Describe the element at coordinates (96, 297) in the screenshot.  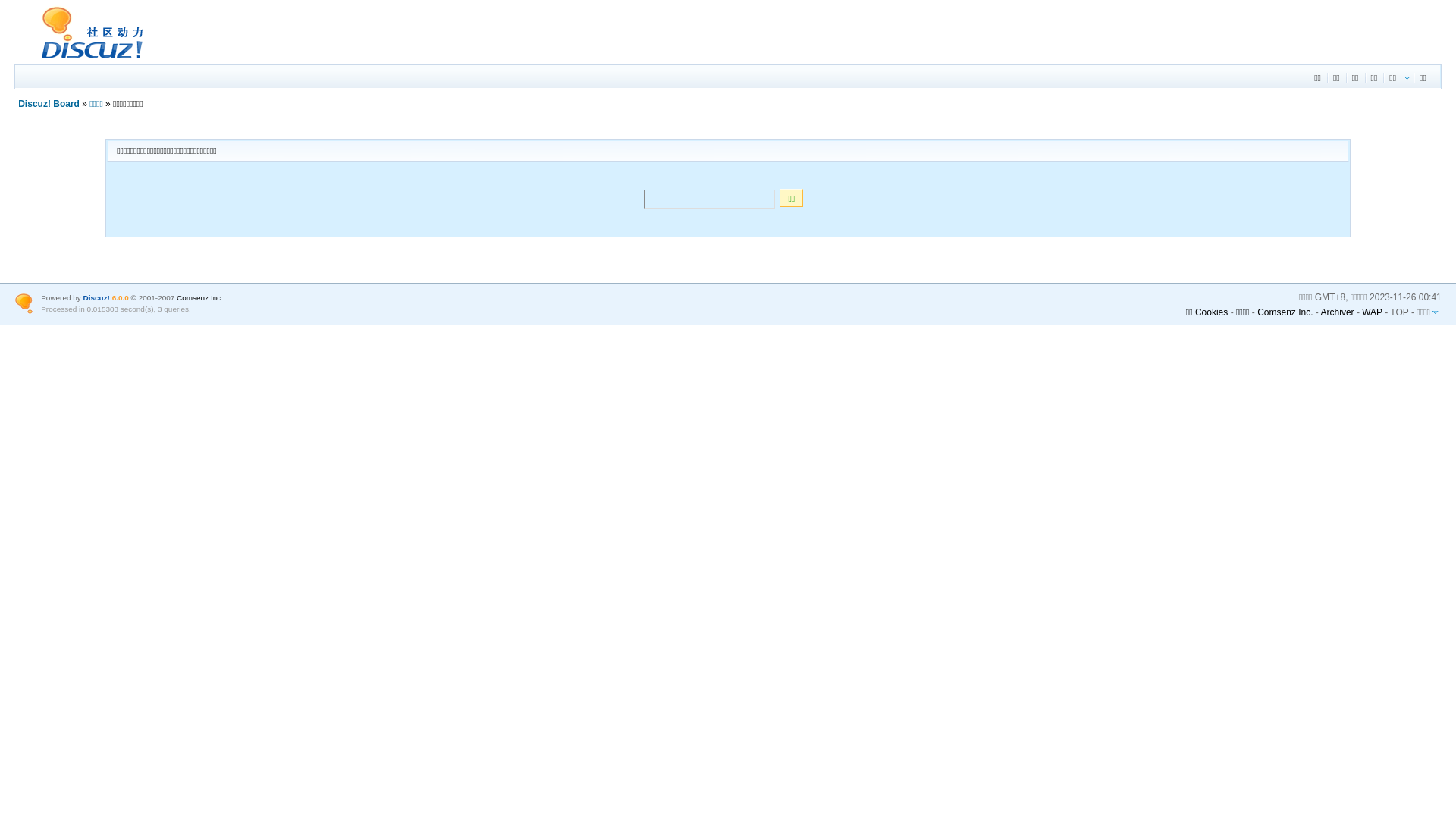
I see `'Discuz!'` at that location.